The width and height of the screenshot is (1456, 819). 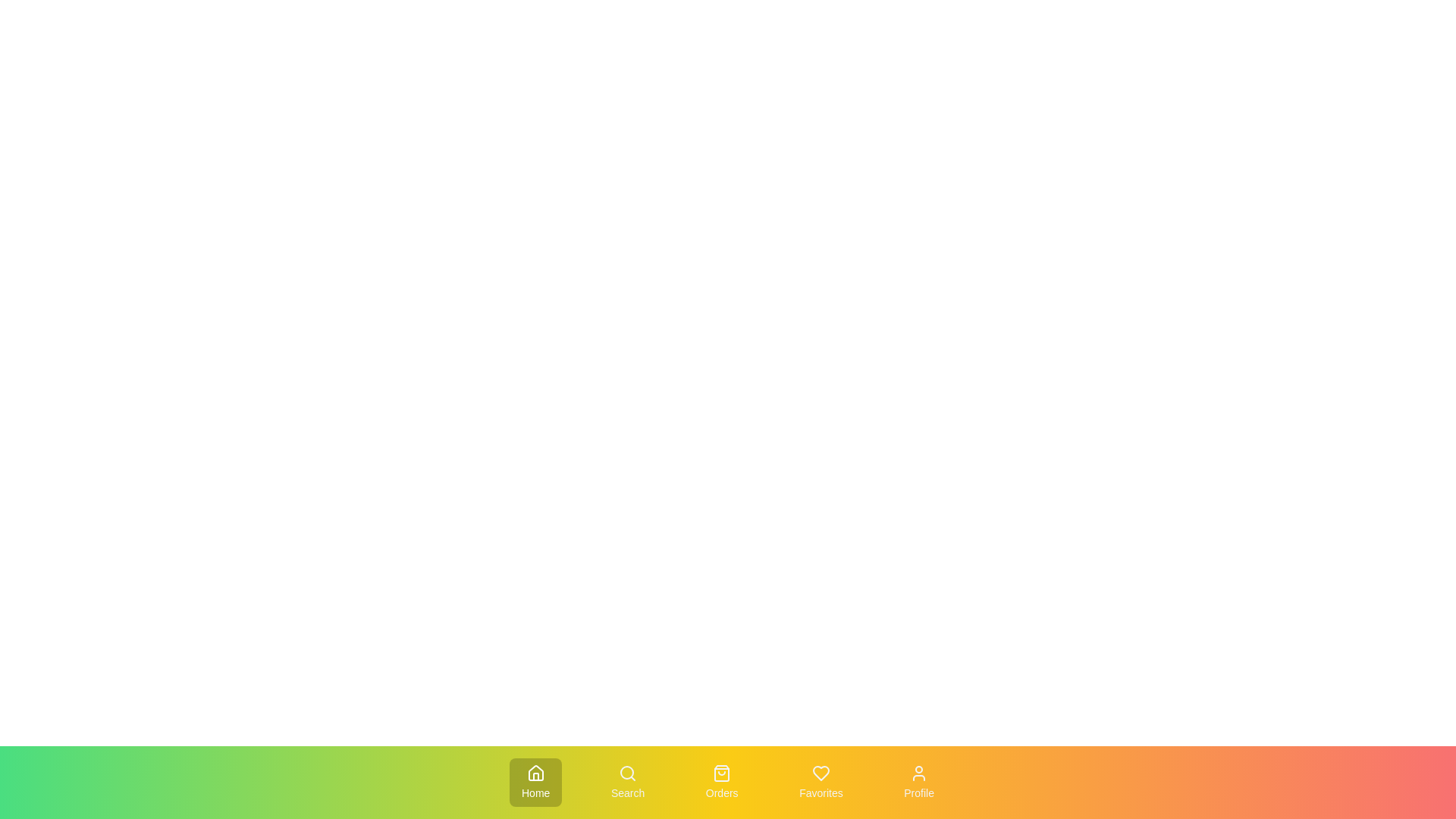 I want to click on the Orders tab to observe the hover effect, so click(x=721, y=783).